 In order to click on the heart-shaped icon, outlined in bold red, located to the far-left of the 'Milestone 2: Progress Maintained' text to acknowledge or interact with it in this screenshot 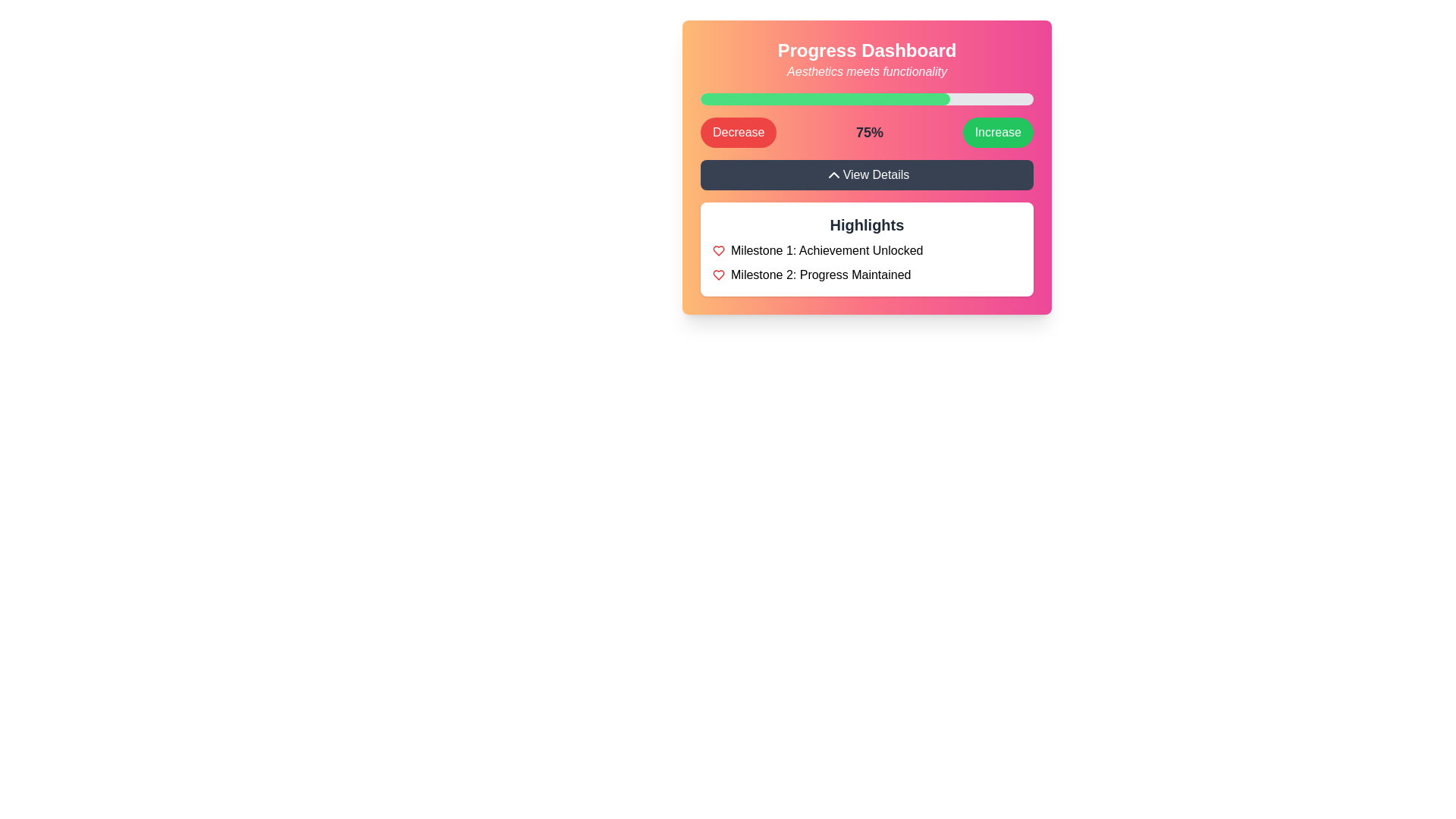, I will do `click(718, 275)`.